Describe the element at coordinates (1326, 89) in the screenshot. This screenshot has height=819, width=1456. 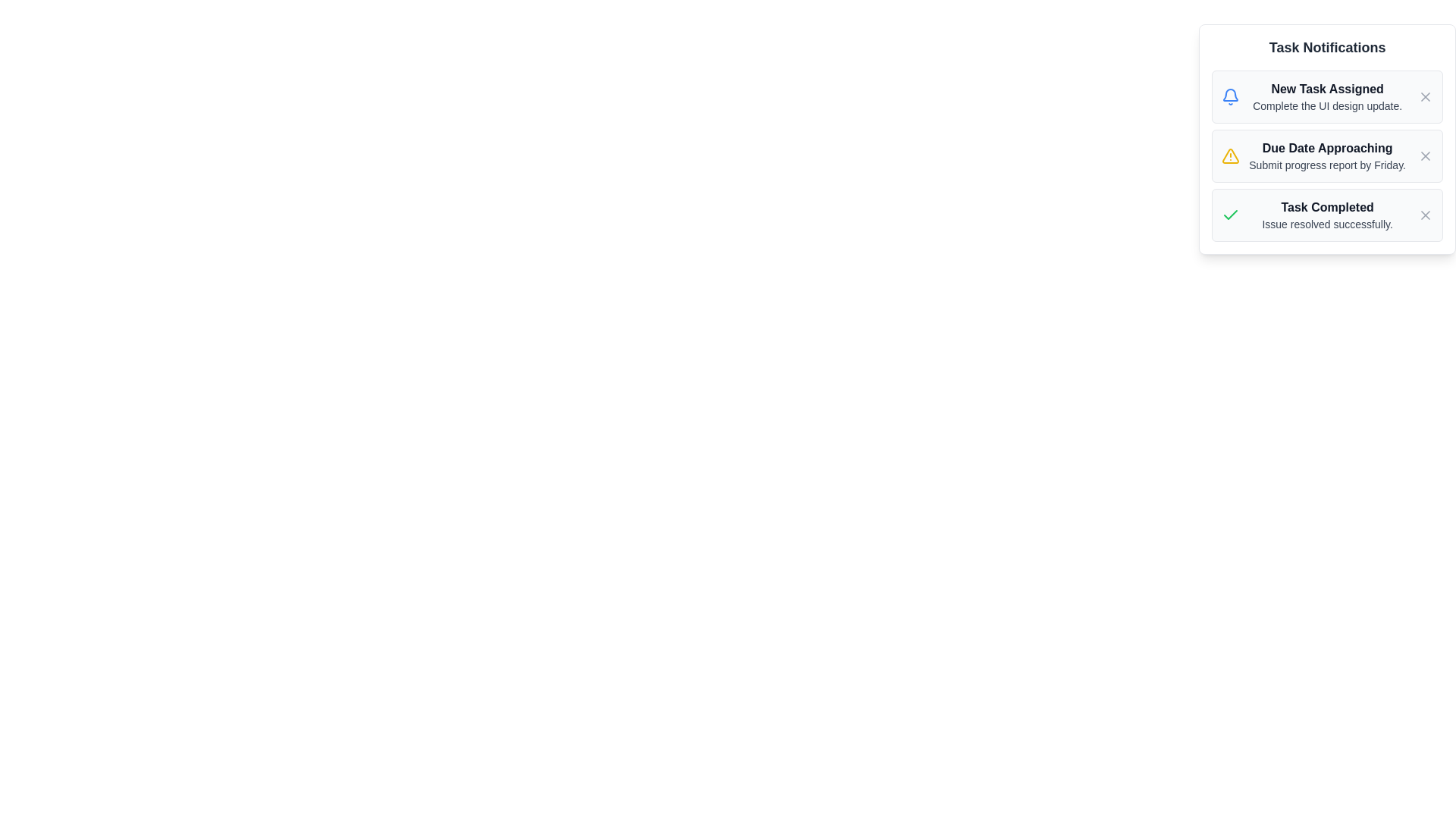
I see `the text label that serves as the title for the task notification, which is located at the top of the notification panel on the right side of the interface` at that location.